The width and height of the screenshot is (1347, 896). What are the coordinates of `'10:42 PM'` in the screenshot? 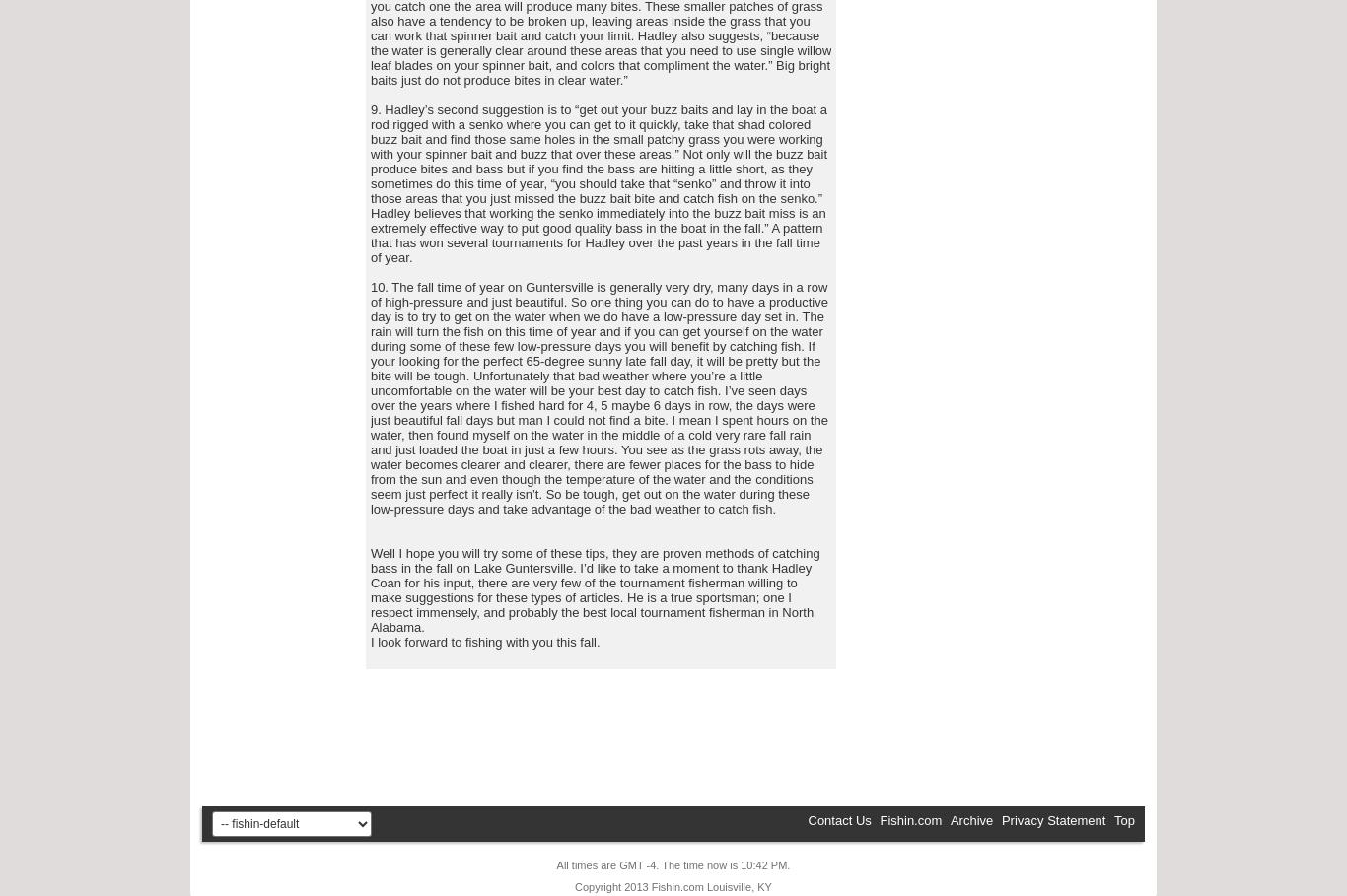 It's located at (763, 865).